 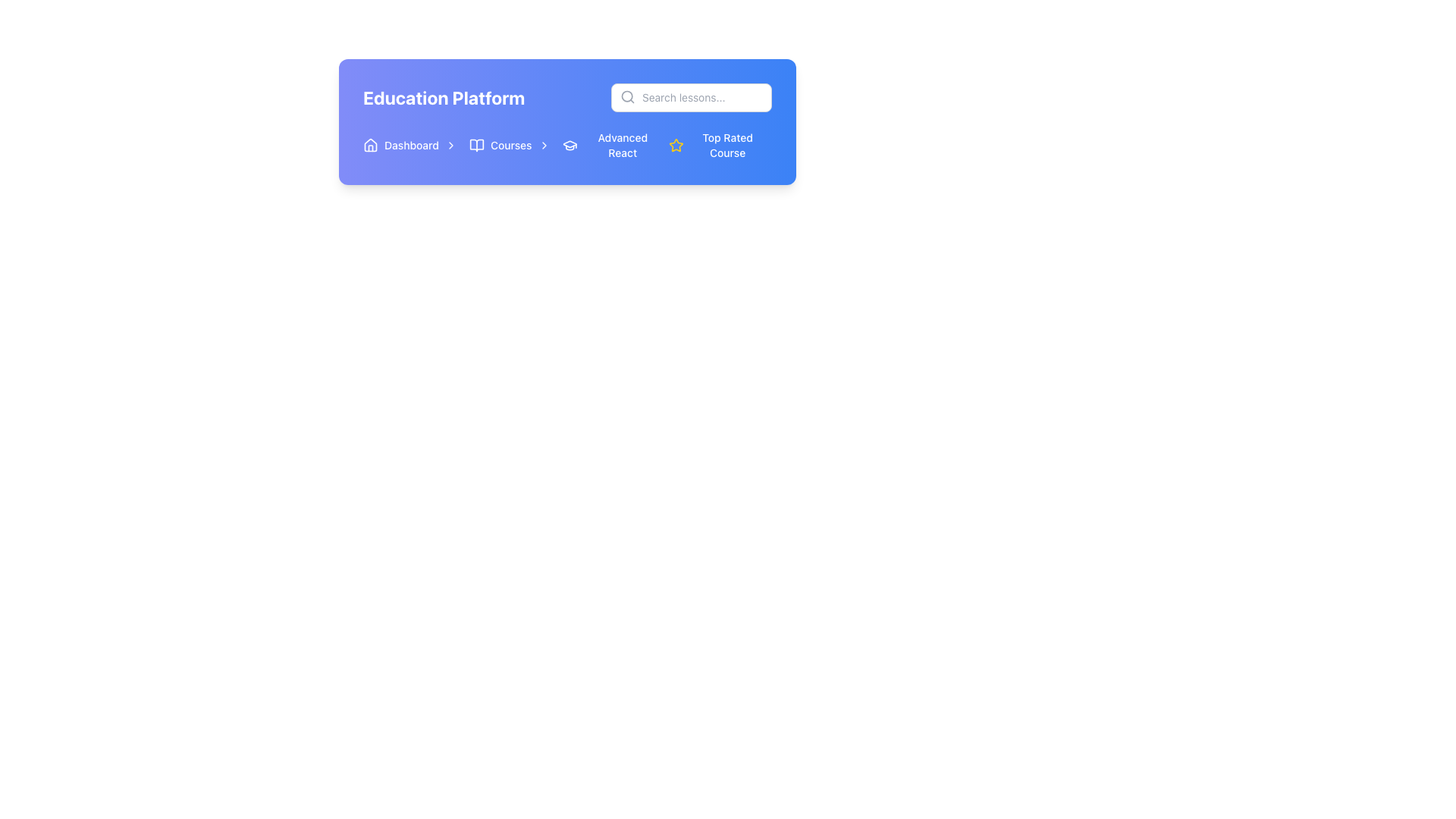 What do you see at coordinates (719, 146) in the screenshot?
I see `the Label with Icon located in the top-right corner of the header bar, adjacent to the 'Advanced React' link` at bounding box center [719, 146].